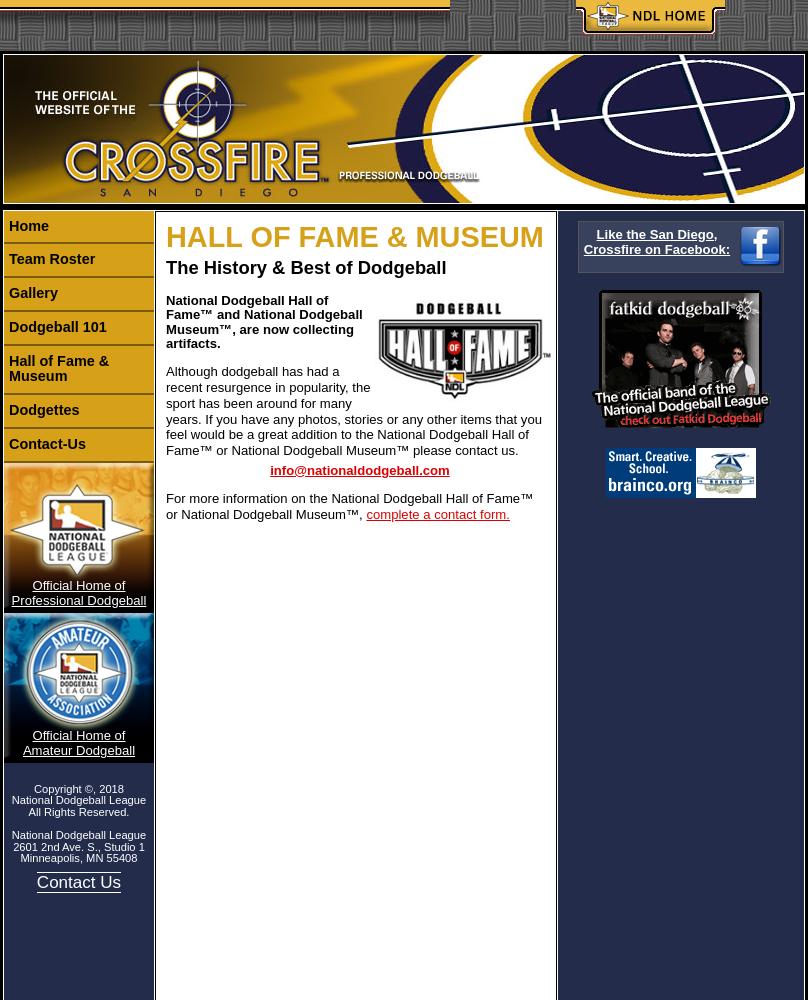  Describe the element at coordinates (304, 267) in the screenshot. I see `'The History & Best of Dodgeball'` at that location.